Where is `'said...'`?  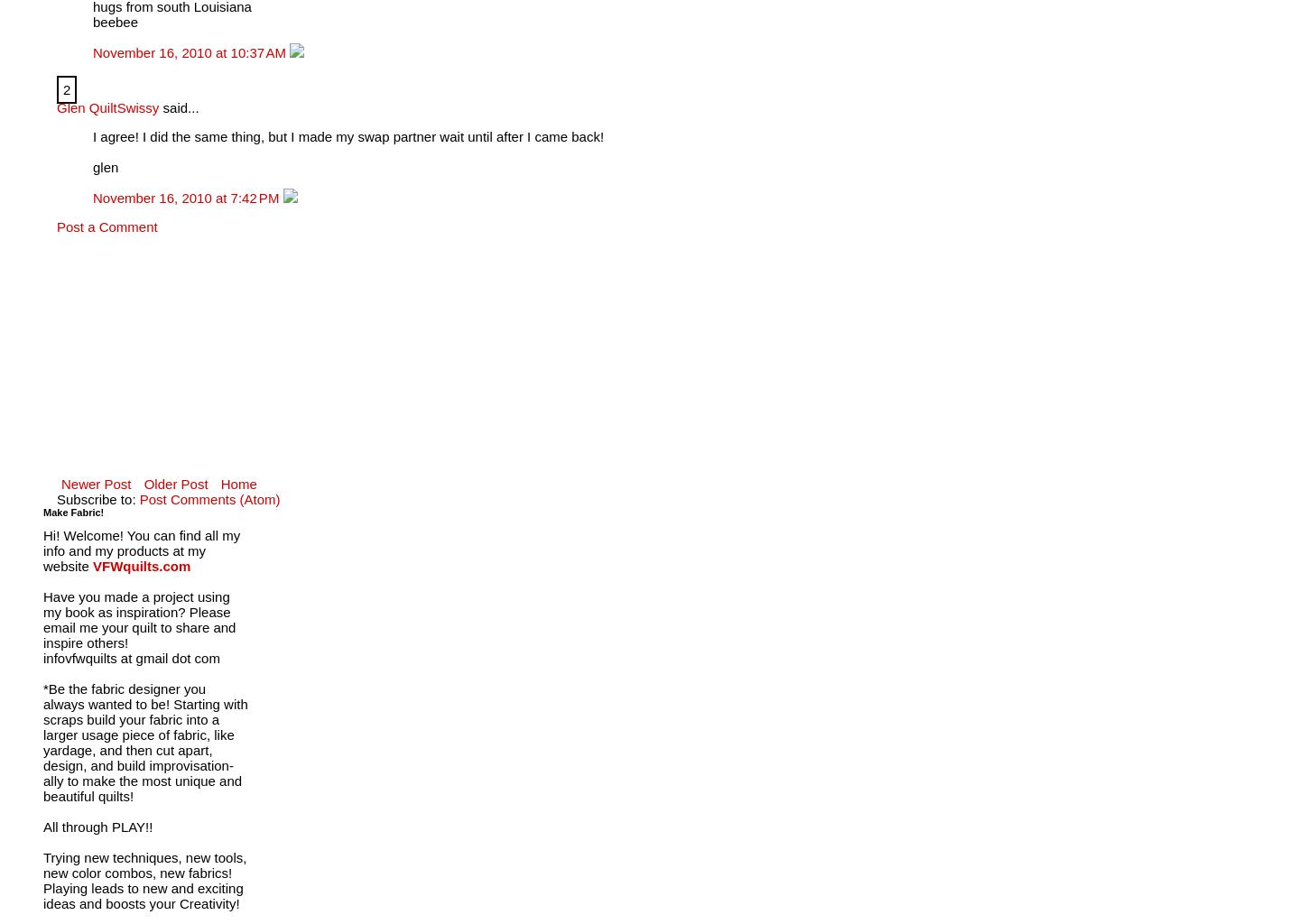
'said...' is located at coordinates (177, 106).